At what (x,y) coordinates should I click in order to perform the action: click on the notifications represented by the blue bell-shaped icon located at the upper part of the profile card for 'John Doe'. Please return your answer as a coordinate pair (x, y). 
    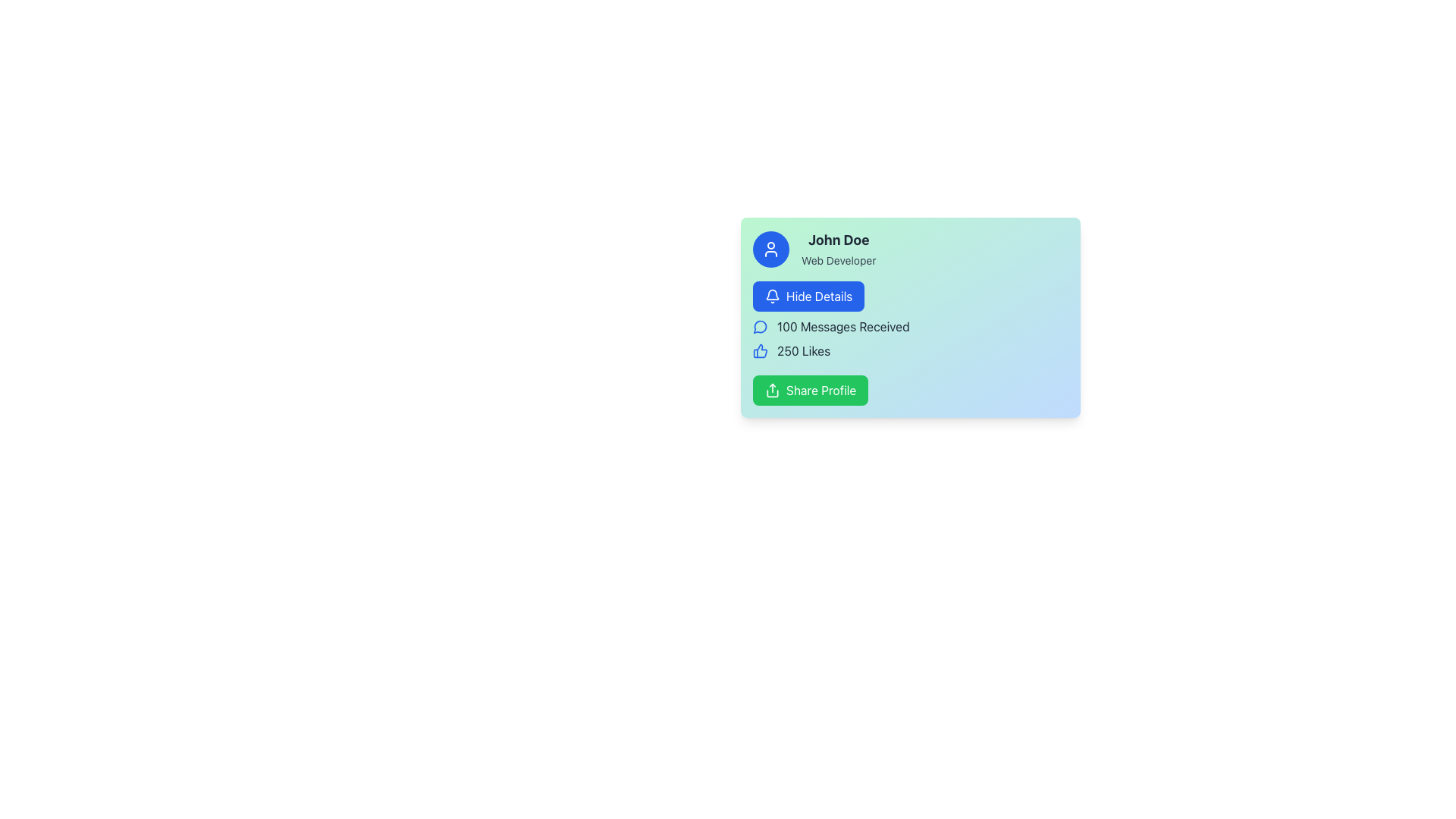
    Looking at the image, I should click on (772, 294).